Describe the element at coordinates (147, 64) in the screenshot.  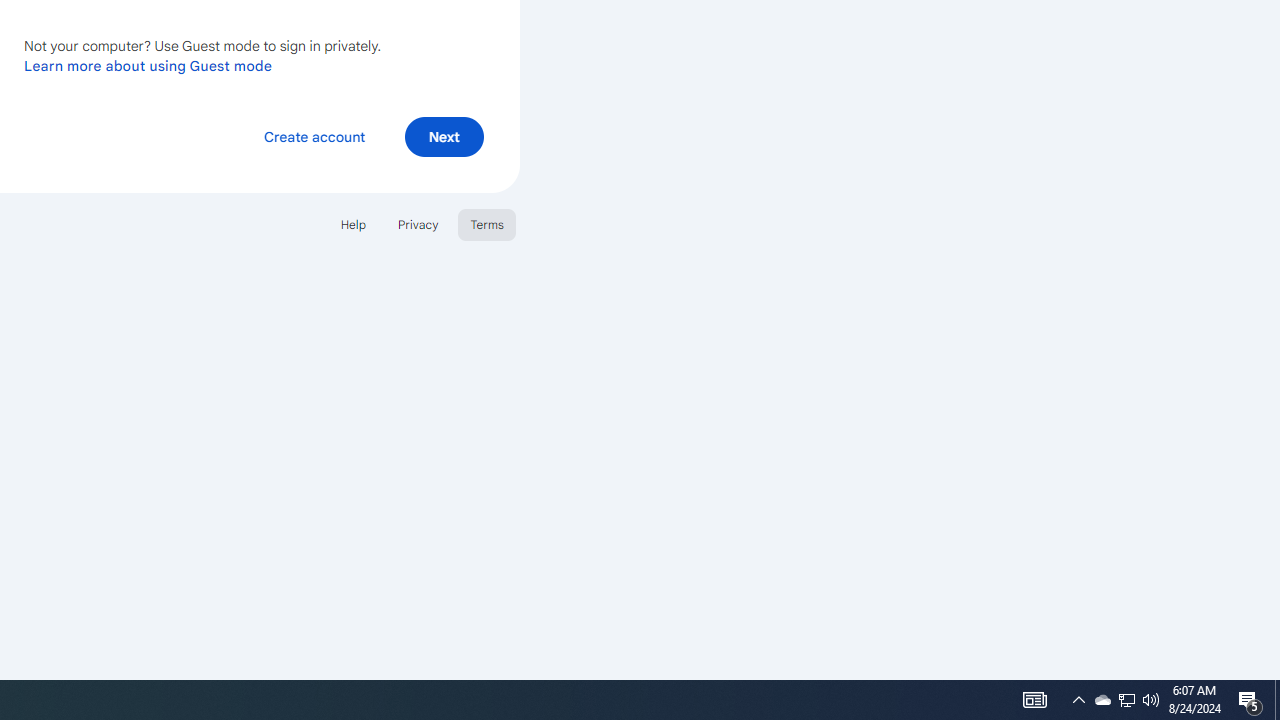
I see `'Learn more about using Guest mode'` at that location.